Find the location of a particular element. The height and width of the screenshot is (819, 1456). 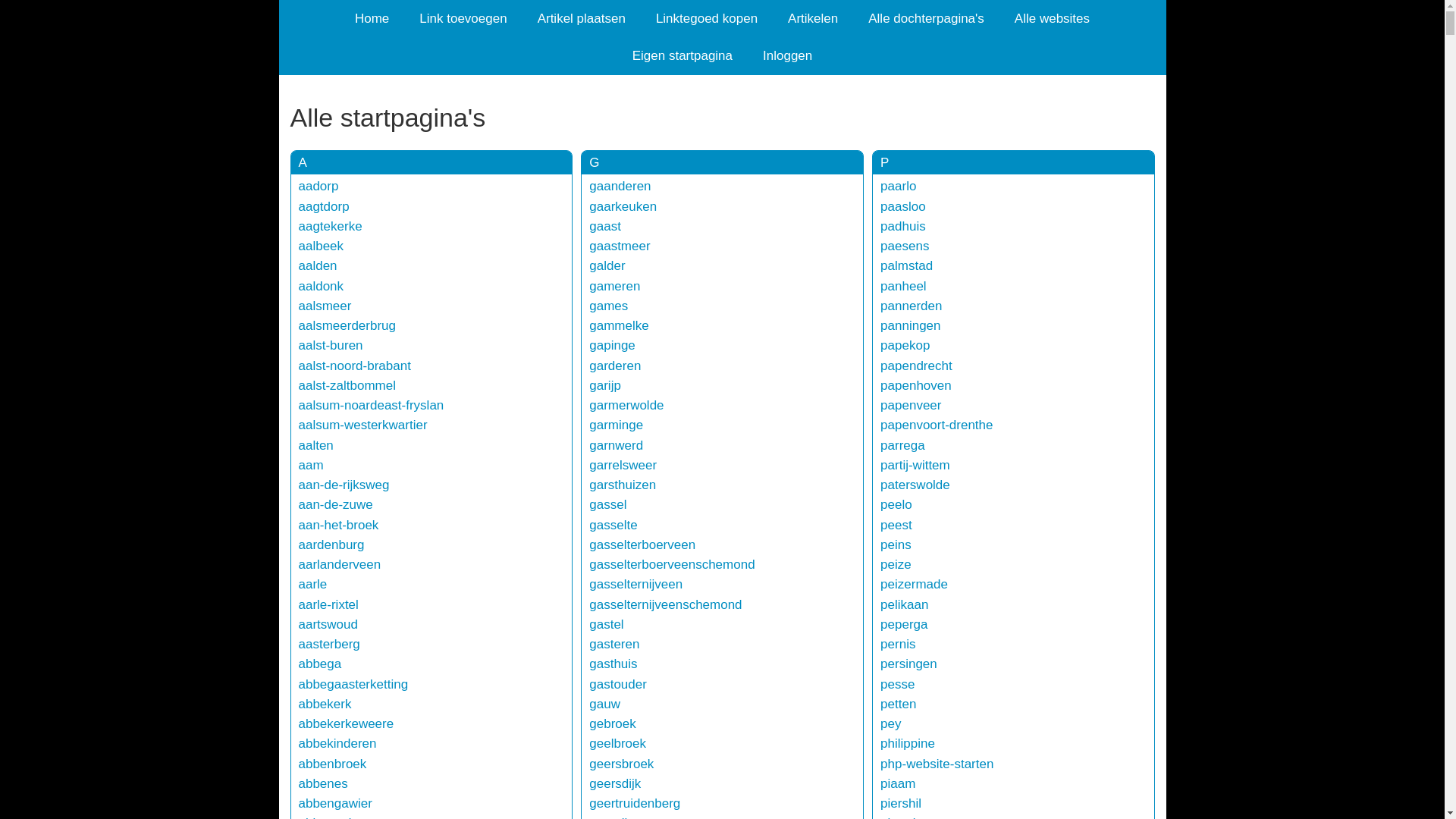

'gameren' is located at coordinates (588, 286).